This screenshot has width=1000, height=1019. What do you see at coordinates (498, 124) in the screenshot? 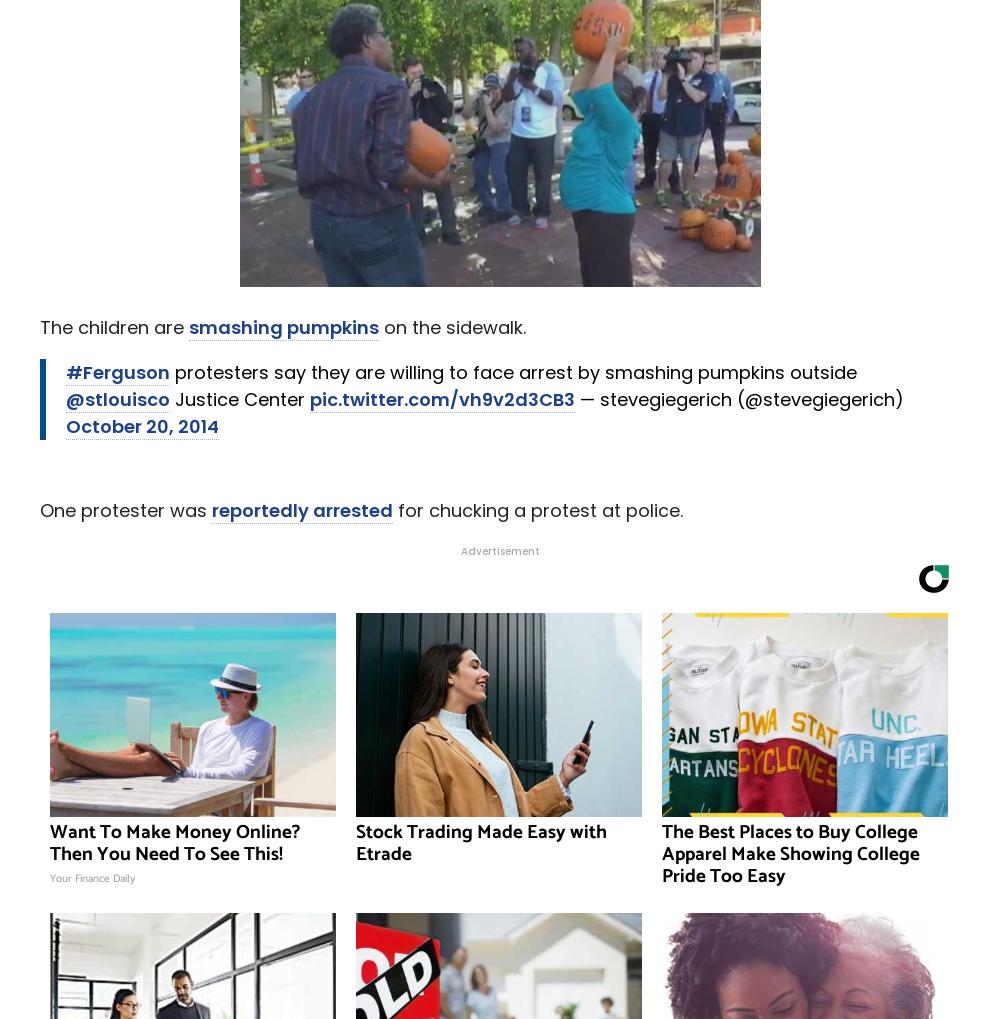
I see `'TGP Stats'` at bounding box center [498, 124].